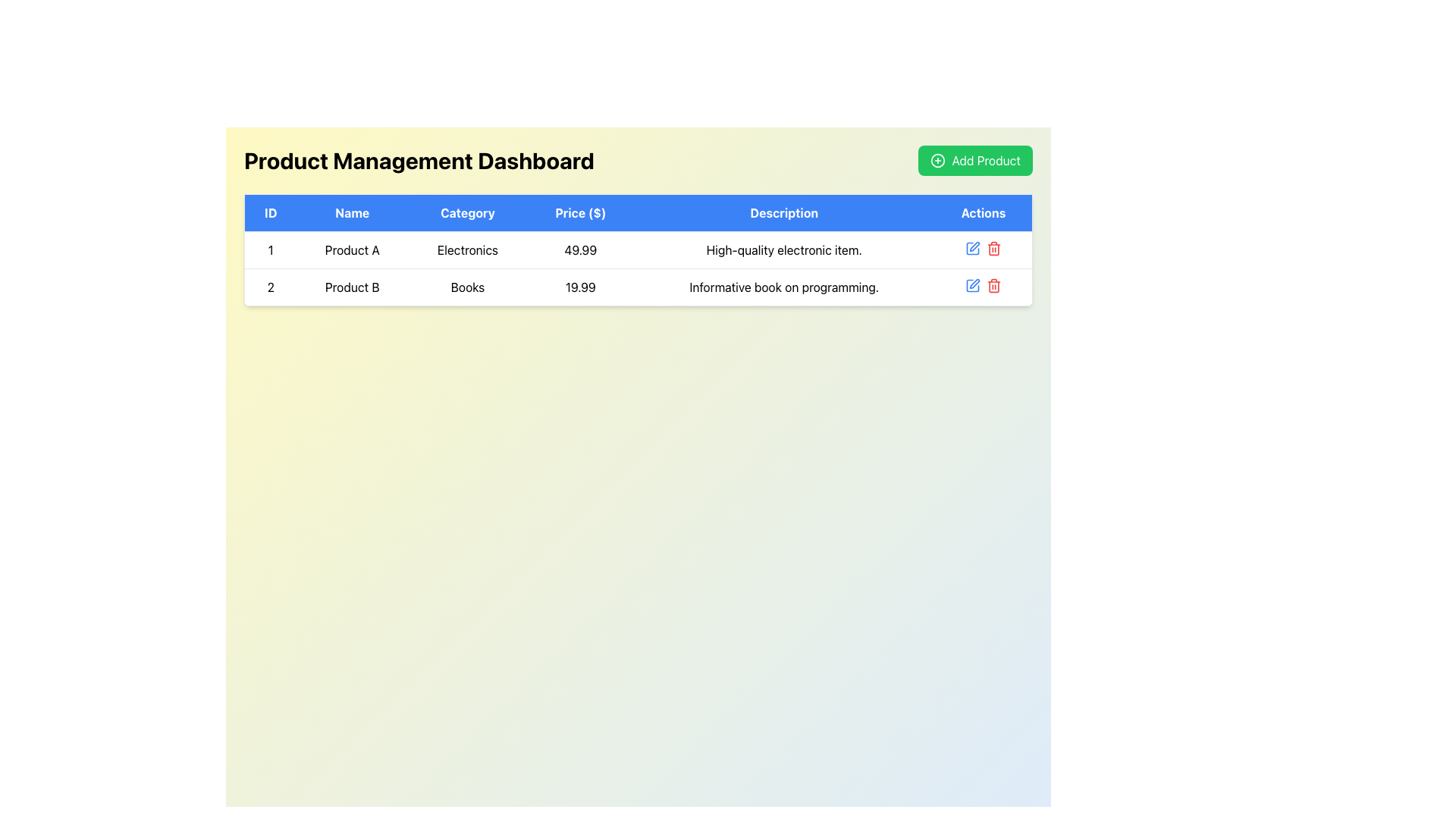  Describe the element at coordinates (351, 287) in the screenshot. I see `text label 'Product B' located in the second row, second column of the table under the 'Name' header` at that location.